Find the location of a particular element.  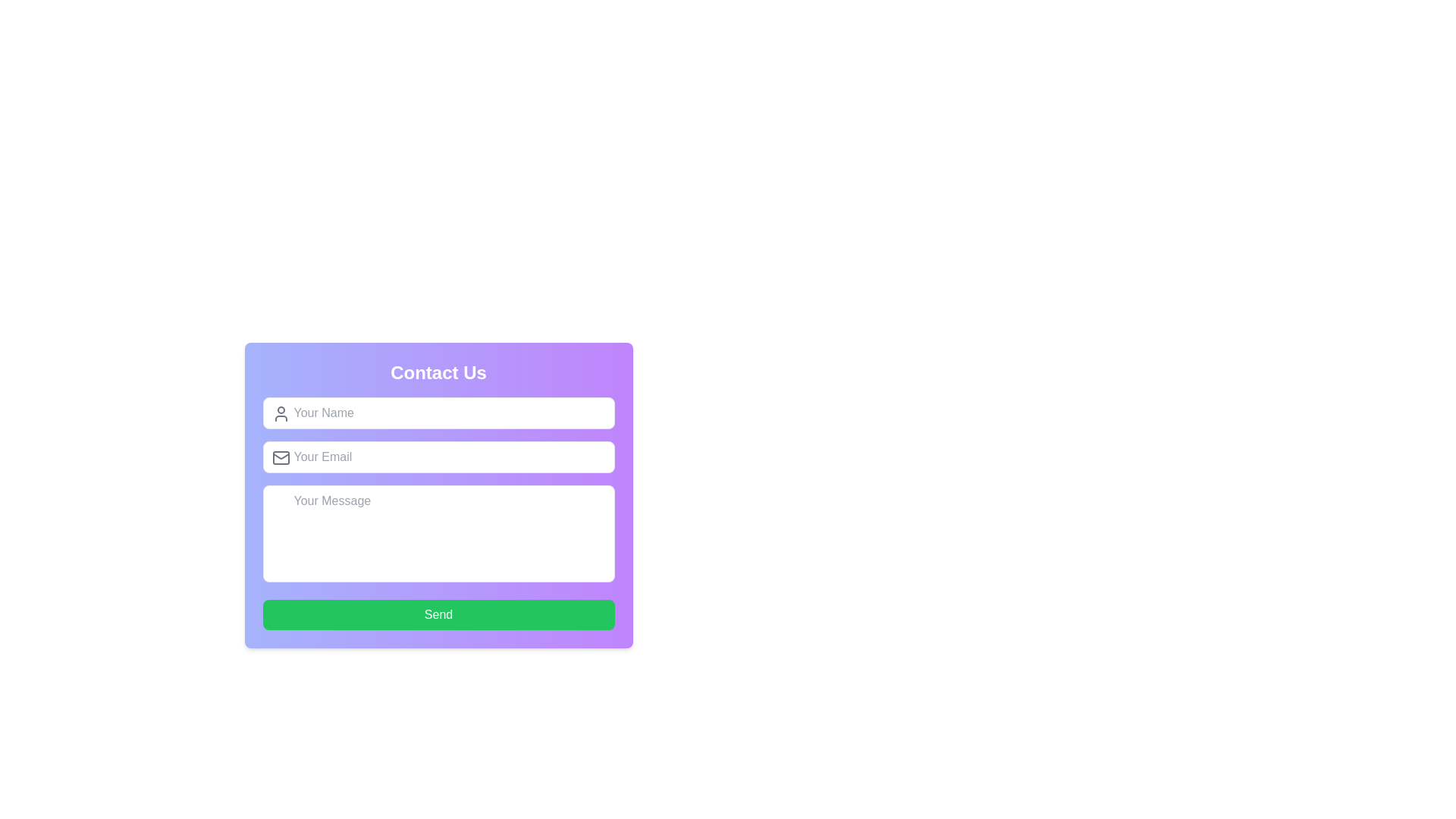

the icon located to the left of the 'Your Name' text input field in the contact form, which indicates that the associated input field is for a user's name is located at coordinates (281, 414).